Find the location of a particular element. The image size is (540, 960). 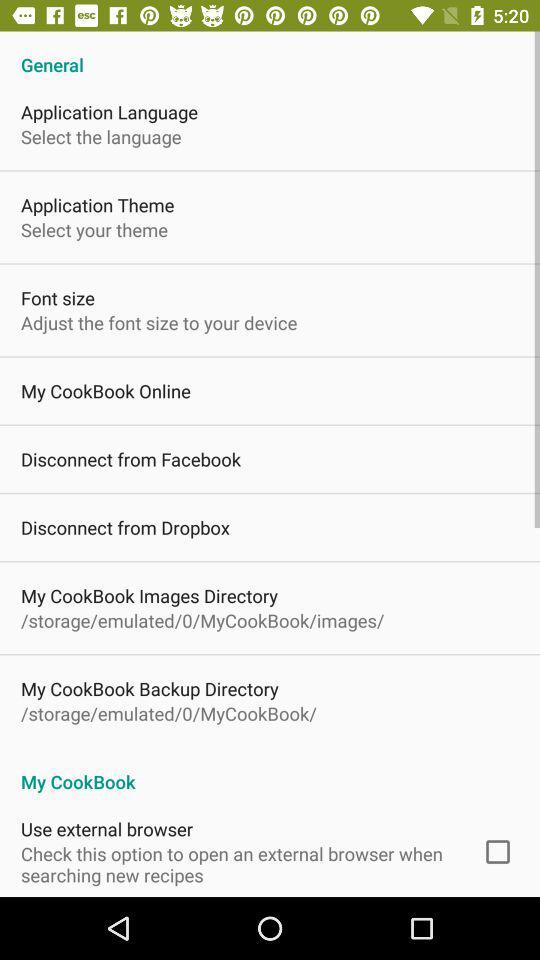

app below the general is located at coordinates (109, 112).